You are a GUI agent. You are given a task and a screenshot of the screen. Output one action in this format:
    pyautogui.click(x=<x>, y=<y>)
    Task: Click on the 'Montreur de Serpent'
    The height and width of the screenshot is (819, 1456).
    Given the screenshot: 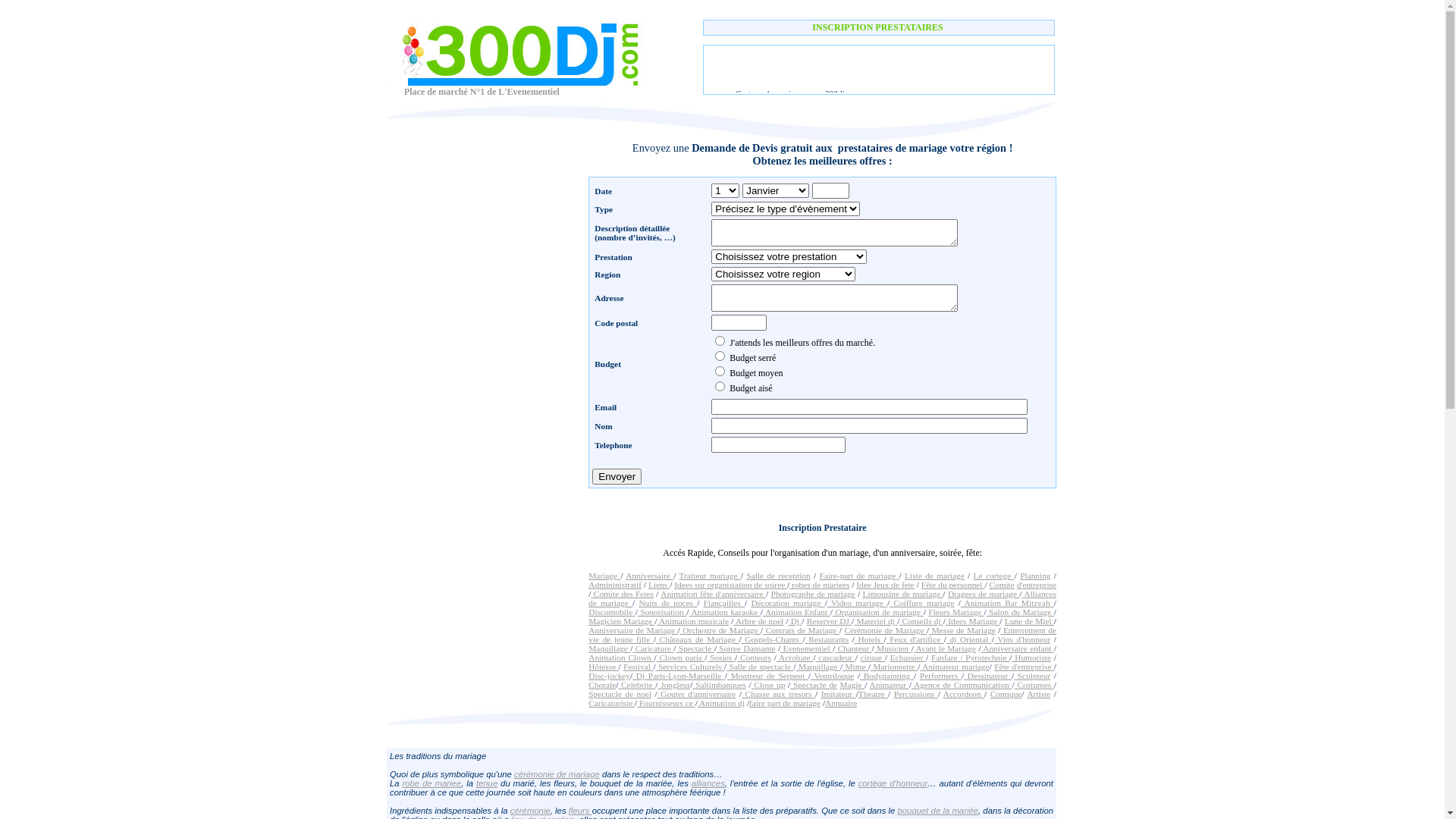 What is the action you would take?
    pyautogui.click(x=726, y=675)
    